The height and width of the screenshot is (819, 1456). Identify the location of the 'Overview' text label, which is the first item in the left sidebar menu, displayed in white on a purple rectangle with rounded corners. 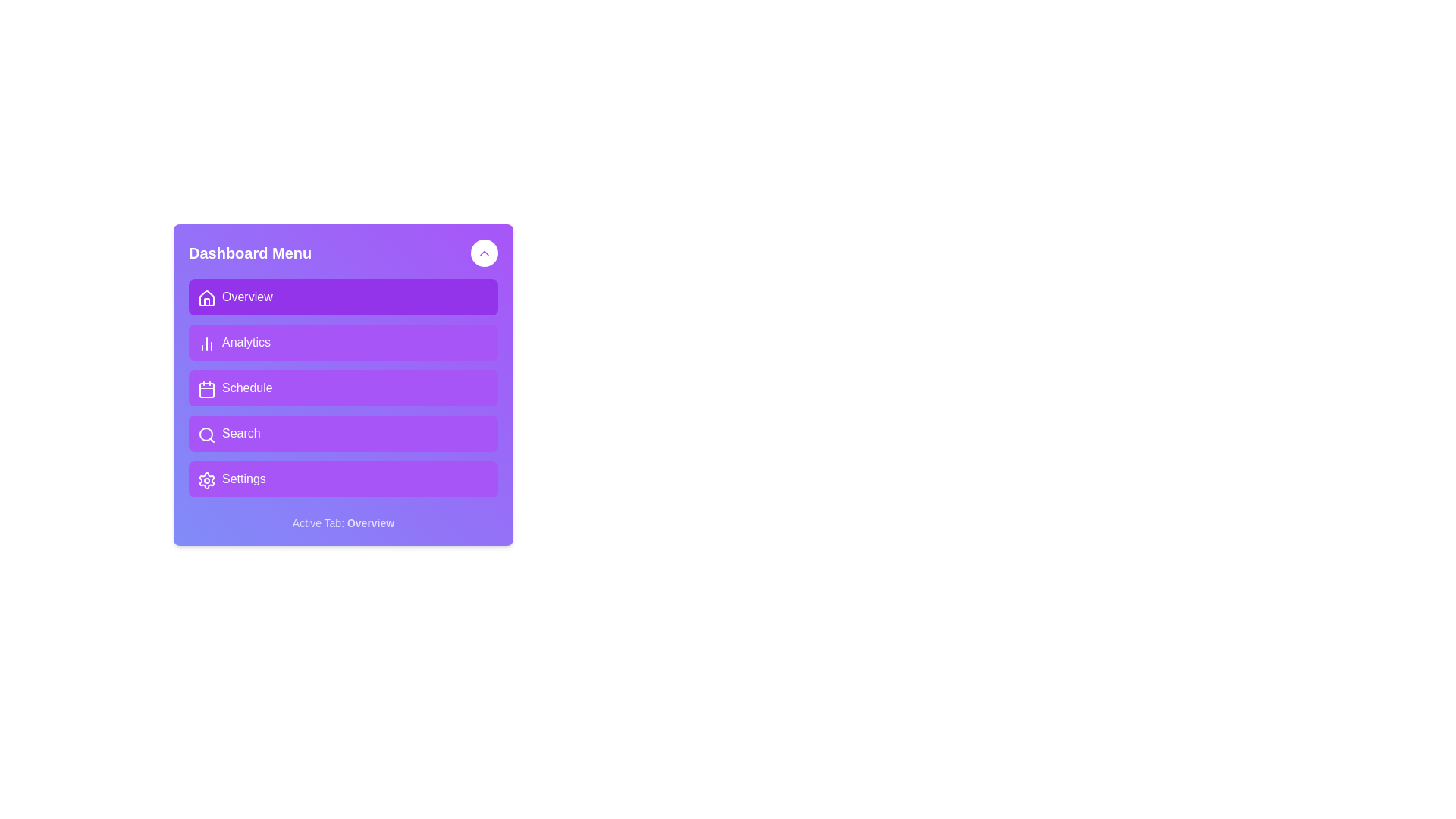
(247, 297).